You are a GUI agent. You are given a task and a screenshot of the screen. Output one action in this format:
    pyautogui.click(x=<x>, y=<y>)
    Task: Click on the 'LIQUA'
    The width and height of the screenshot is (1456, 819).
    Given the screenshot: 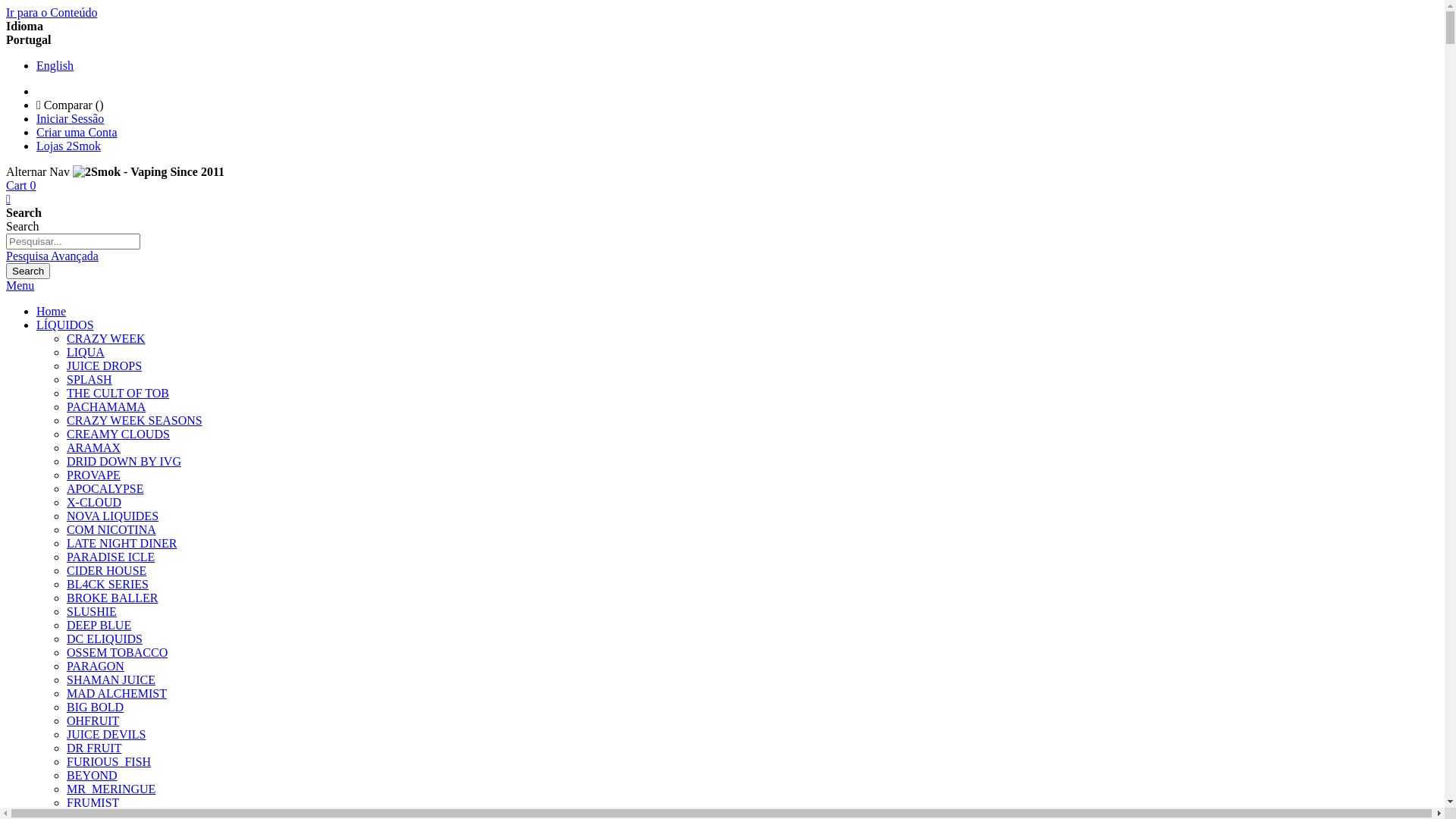 What is the action you would take?
    pyautogui.click(x=85, y=352)
    